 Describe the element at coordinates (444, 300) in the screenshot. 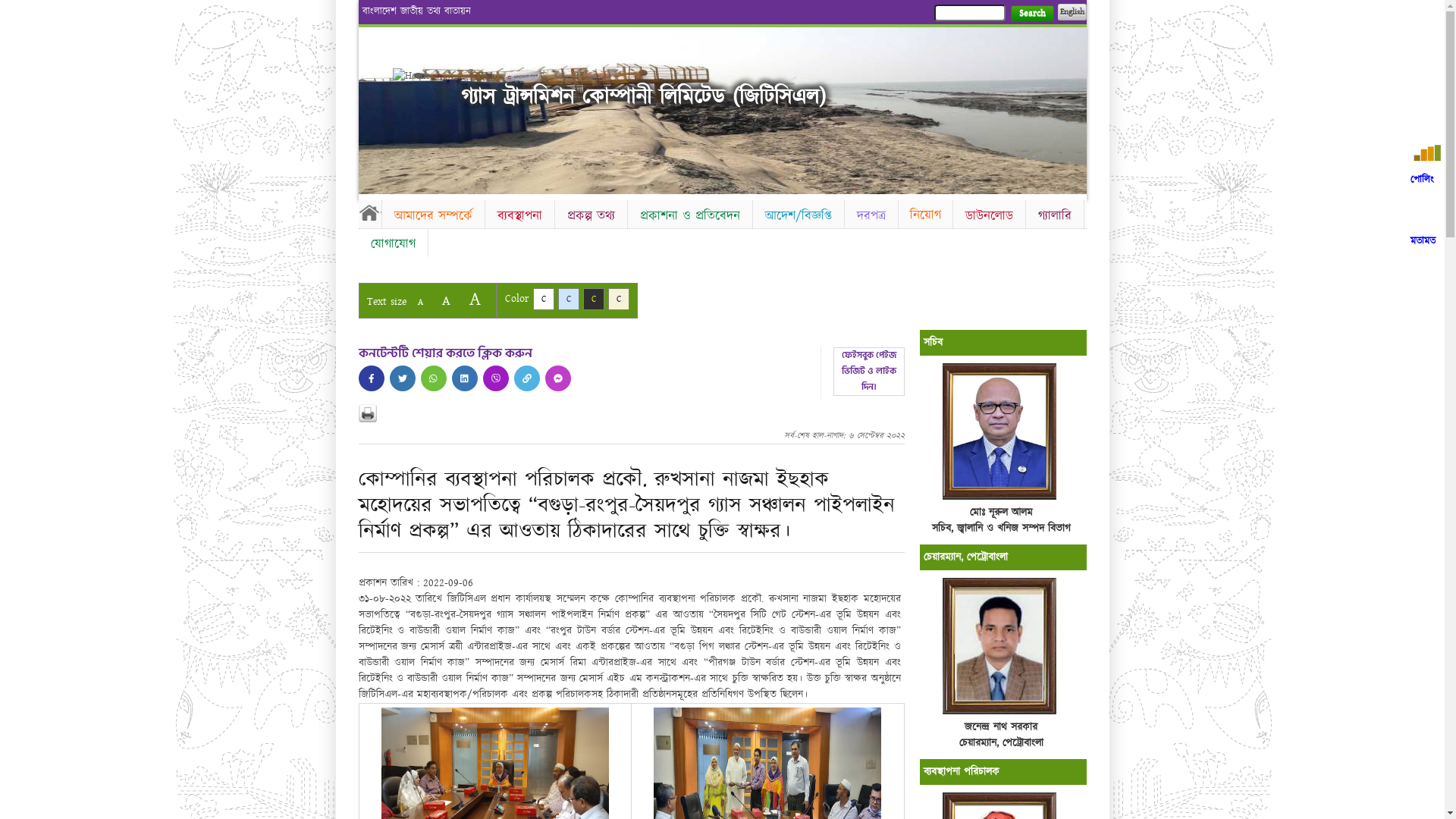

I see `'A'` at that location.